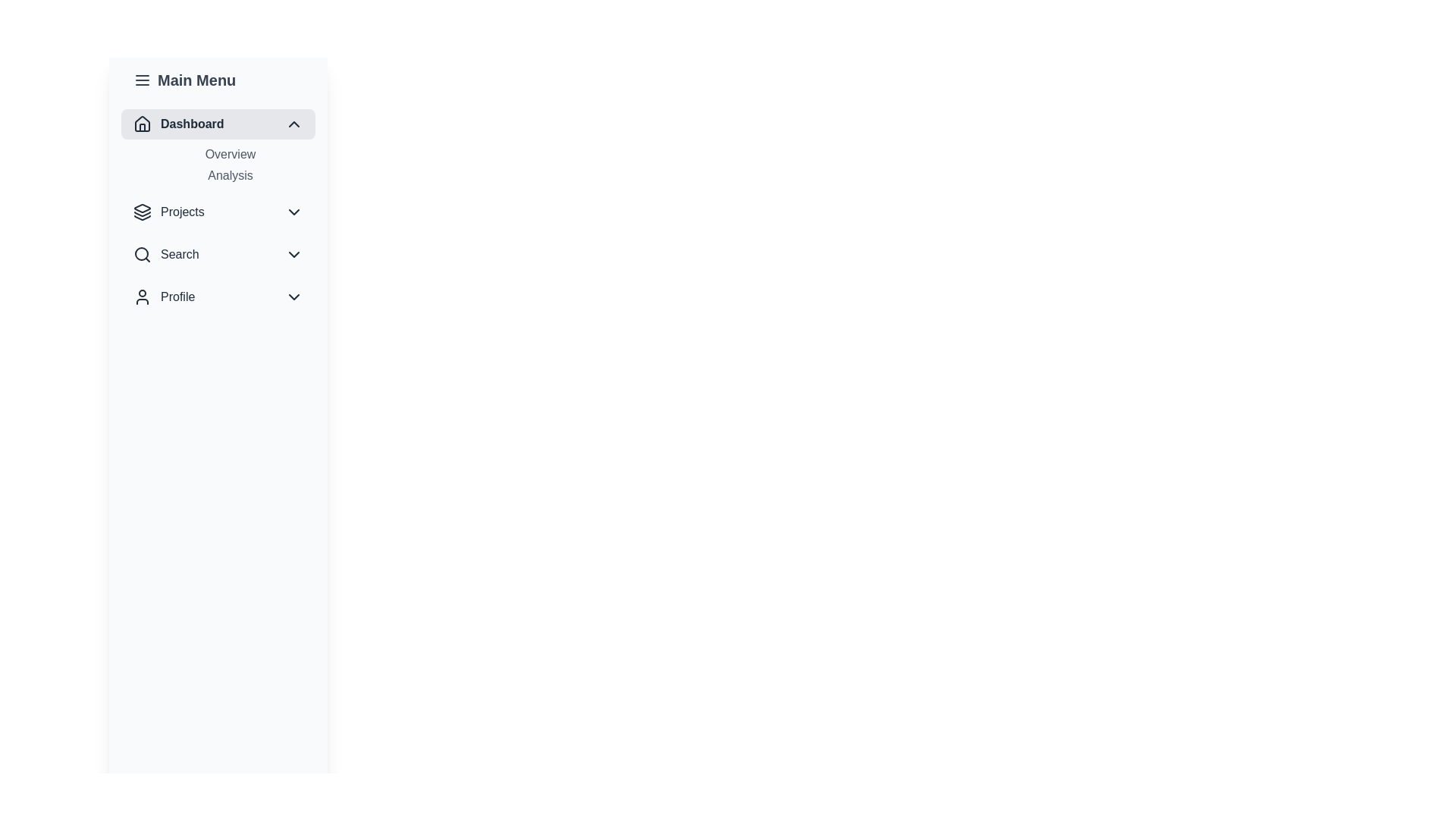 The height and width of the screenshot is (819, 1456). Describe the element at coordinates (142, 212) in the screenshot. I see `the 'Projects' icon located to the left of the 'Projects' text in the menu under the 'Dashboard' section` at that location.